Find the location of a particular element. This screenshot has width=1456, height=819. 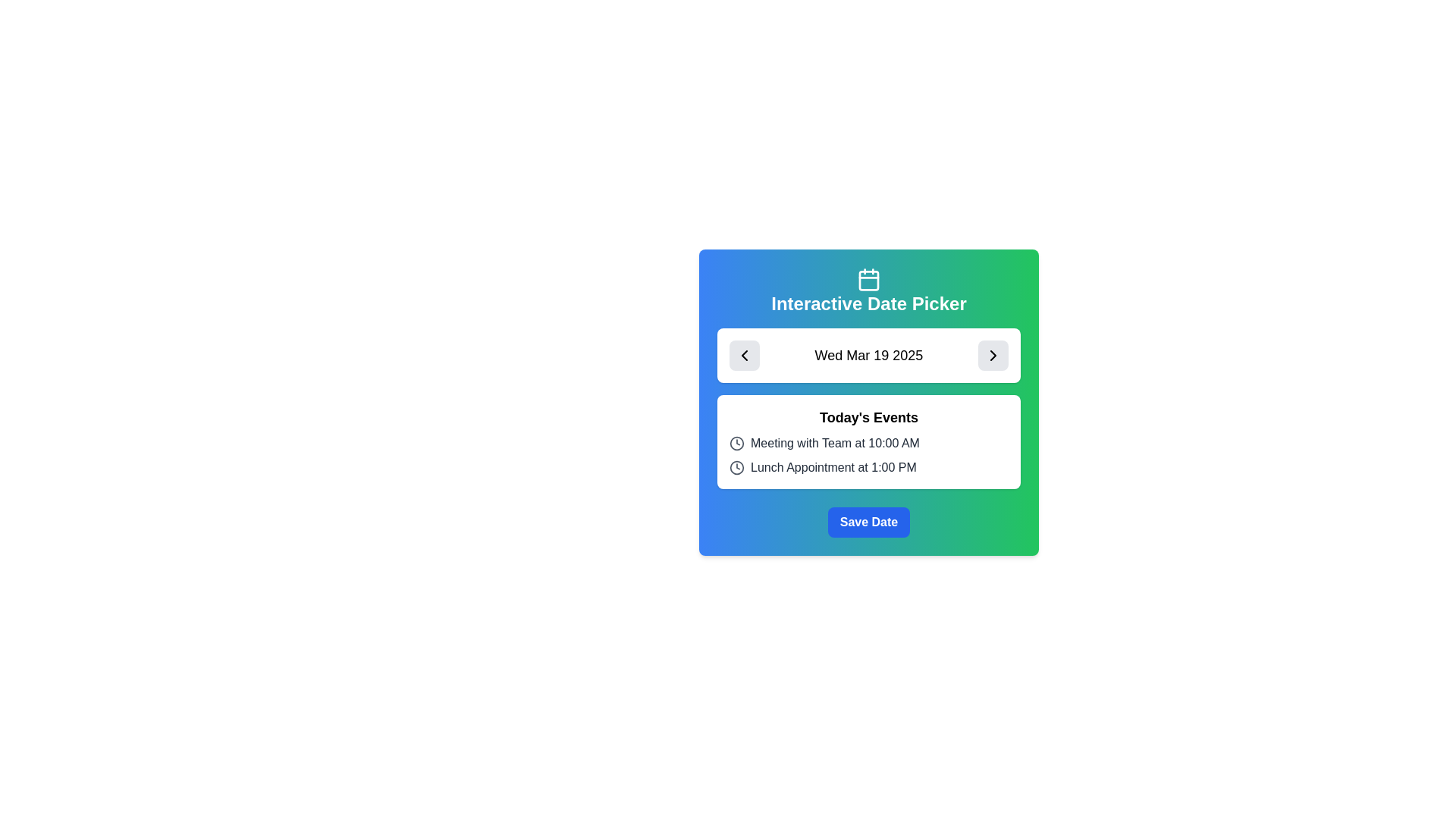

the time icon associated with the event 'Meeting with Team at 10:00 AM', which is the first icon in the event row located in the middle of the event list section is located at coordinates (736, 444).